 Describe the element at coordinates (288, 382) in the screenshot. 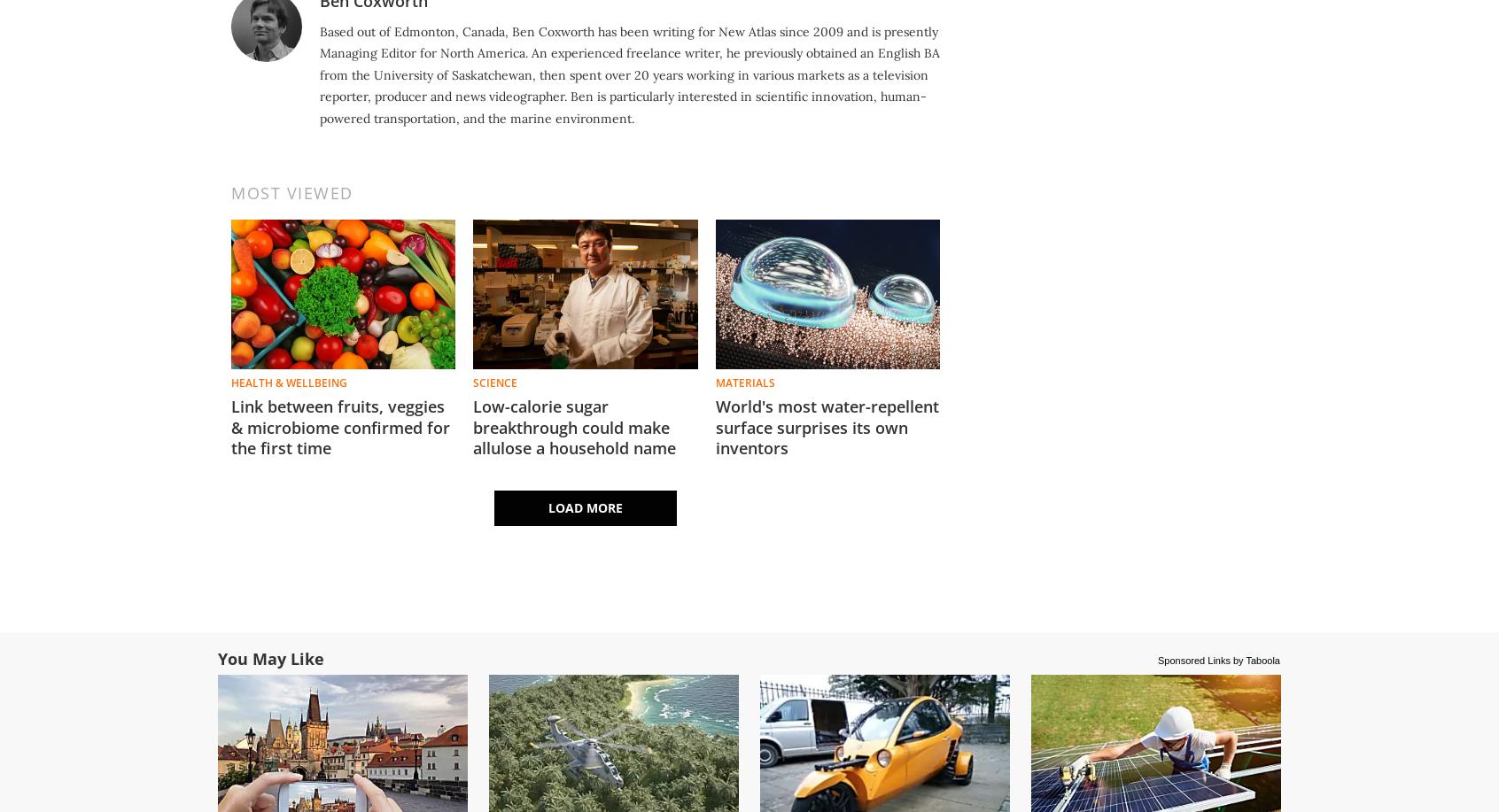

I see `'Health & Wellbeing'` at that location.